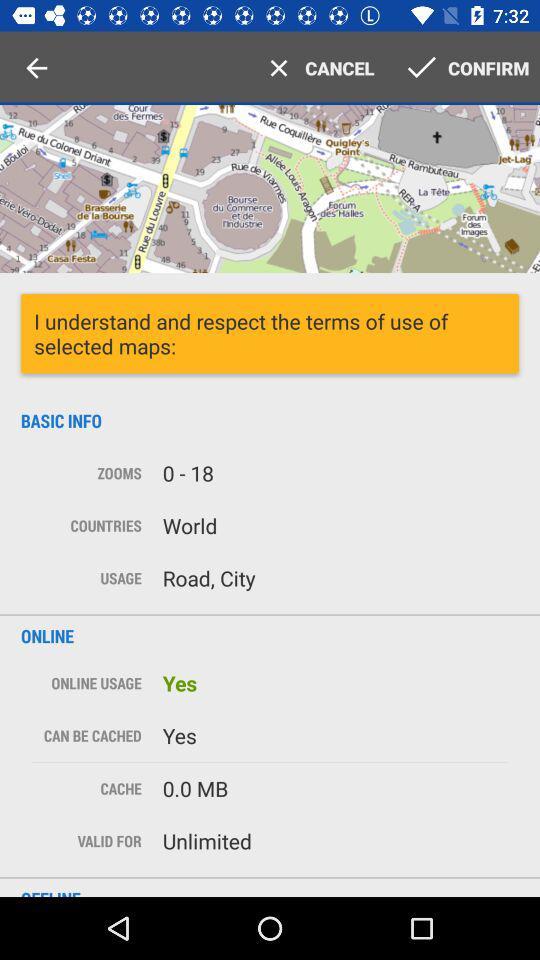 This screenshot has height=960, width=540. Describe the element at coordinates (462, 68) in the screenshot. I see `the tab on the right side of text cancel` at that location.